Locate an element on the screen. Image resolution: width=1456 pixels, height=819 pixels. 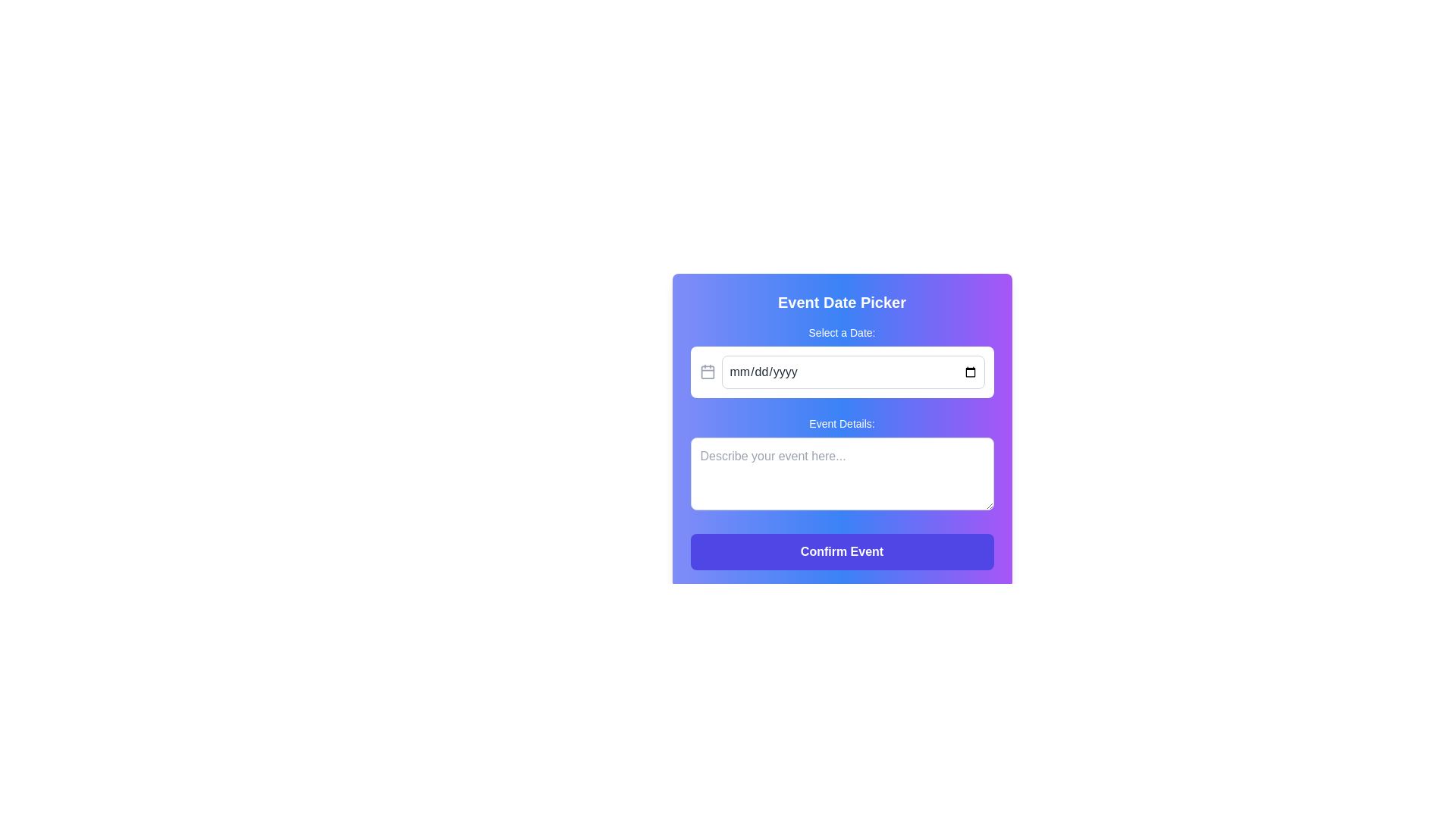
the text label displaying 'Event Details:' which is styled with a medium font weight and located above the text input field, on a background transitioning from blue to purple is located at coordinates (841, 424).